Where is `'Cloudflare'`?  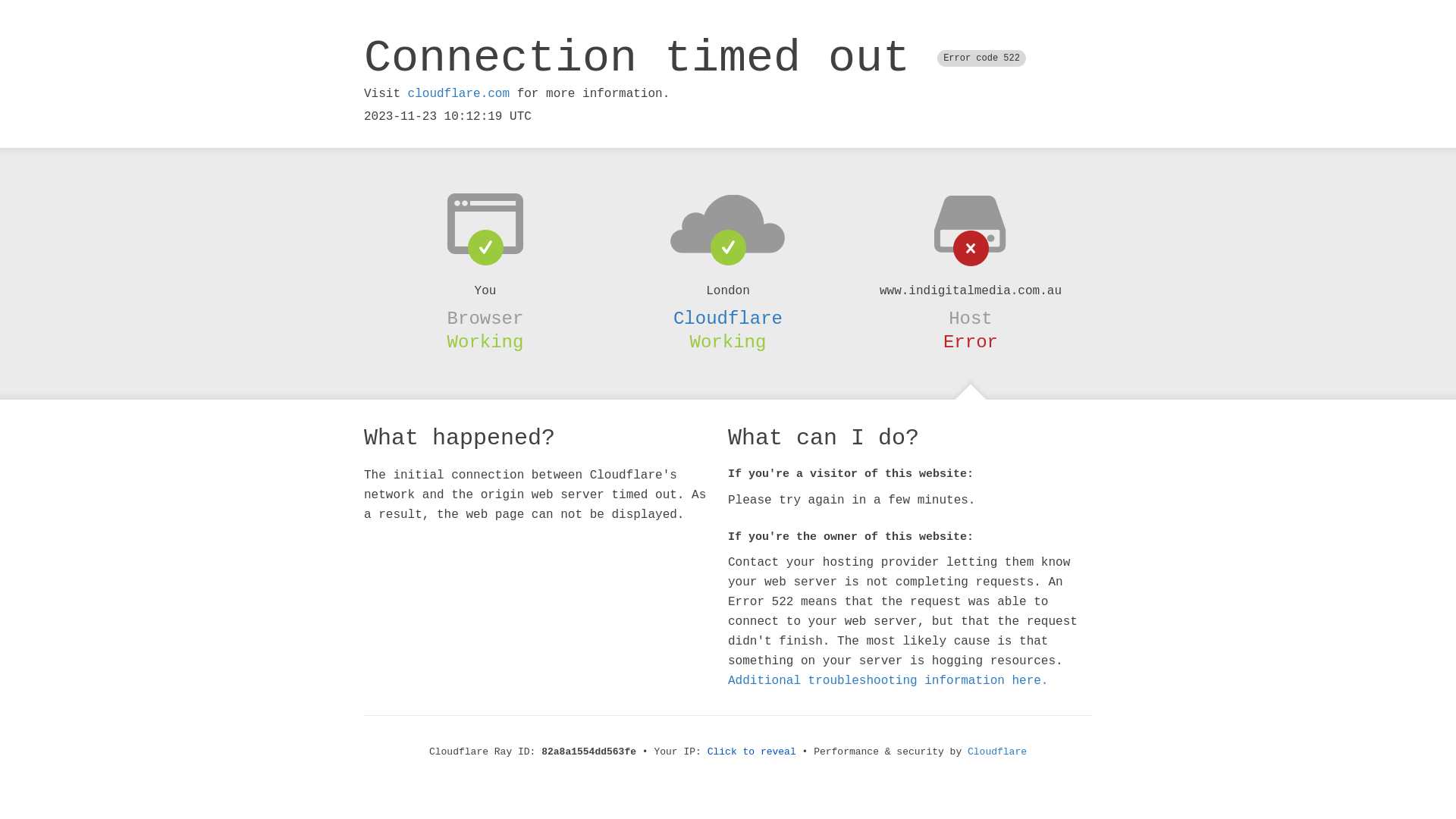 'Cloudflare' is located at coordinates (967, 752).